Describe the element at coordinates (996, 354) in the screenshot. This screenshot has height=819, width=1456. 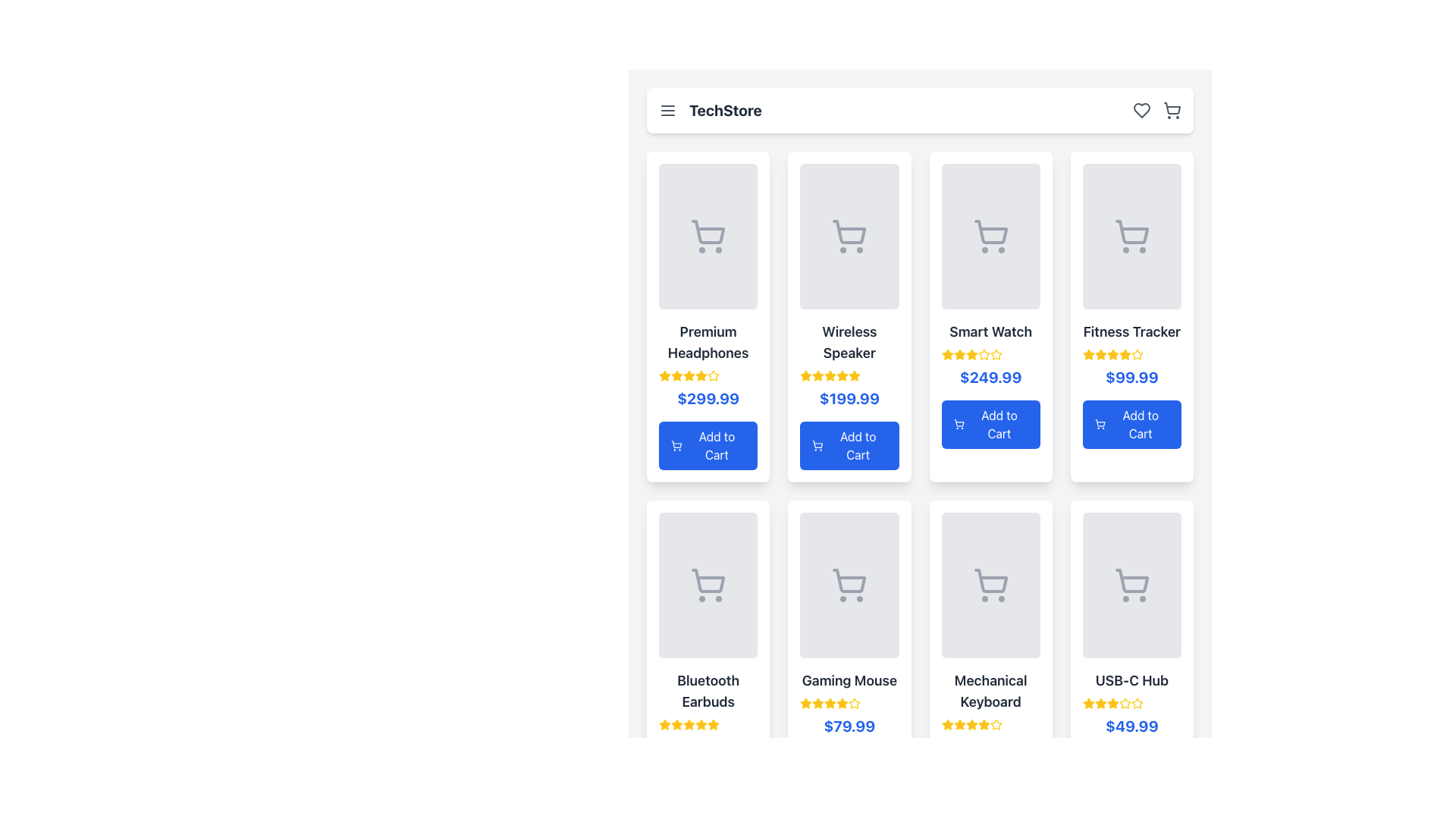
I see `the third star icon in the rating component for the product 'Smart Watch', which is a vibrant yellow star located in the second row, third column of the product grid` at that location.